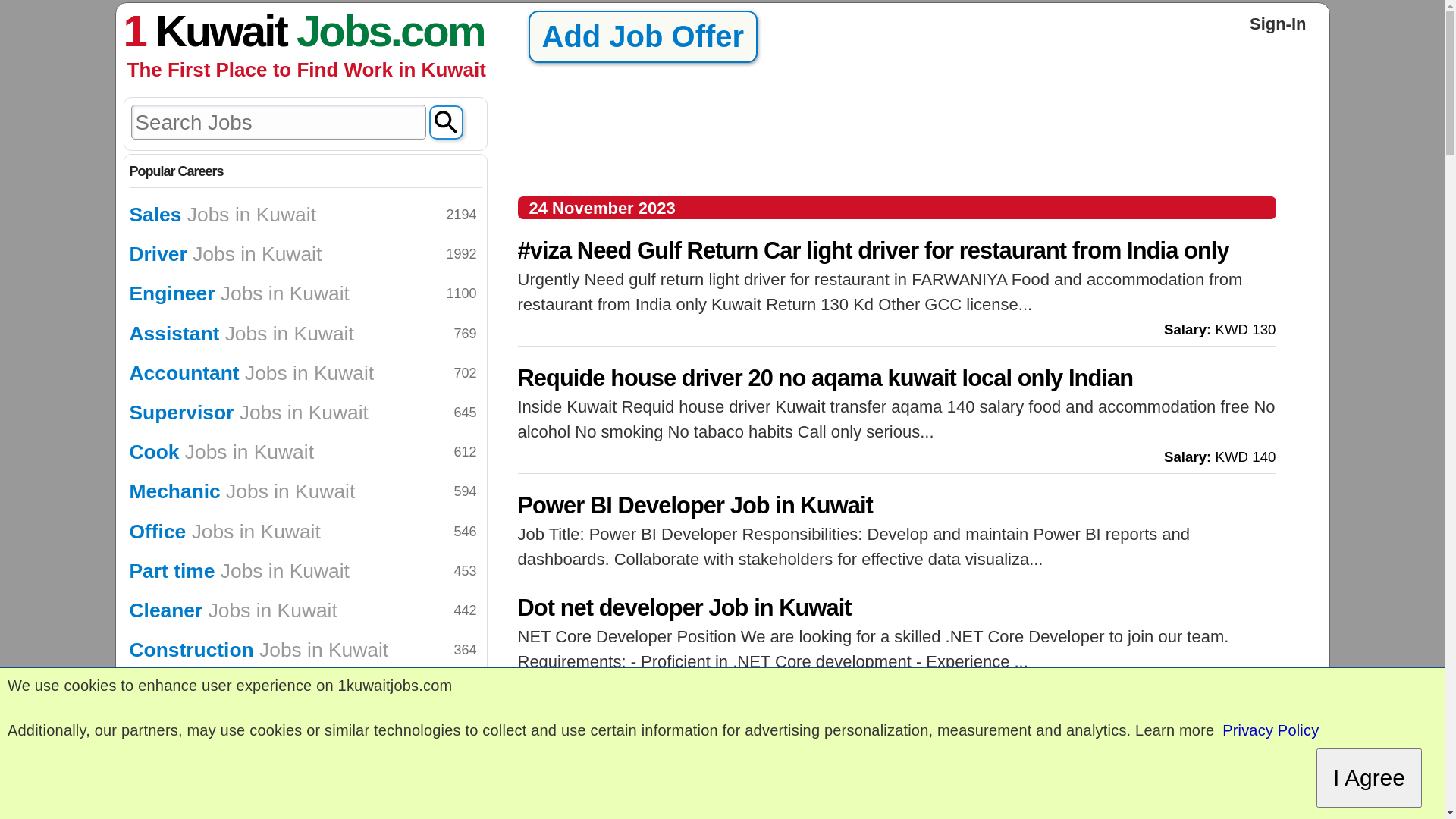 The height and width of the screenshot is (819, 1456). Describe the element at coordinates (304, 214) in the screenshot. I see `'Sales Jobs in Kuwait` at that location.